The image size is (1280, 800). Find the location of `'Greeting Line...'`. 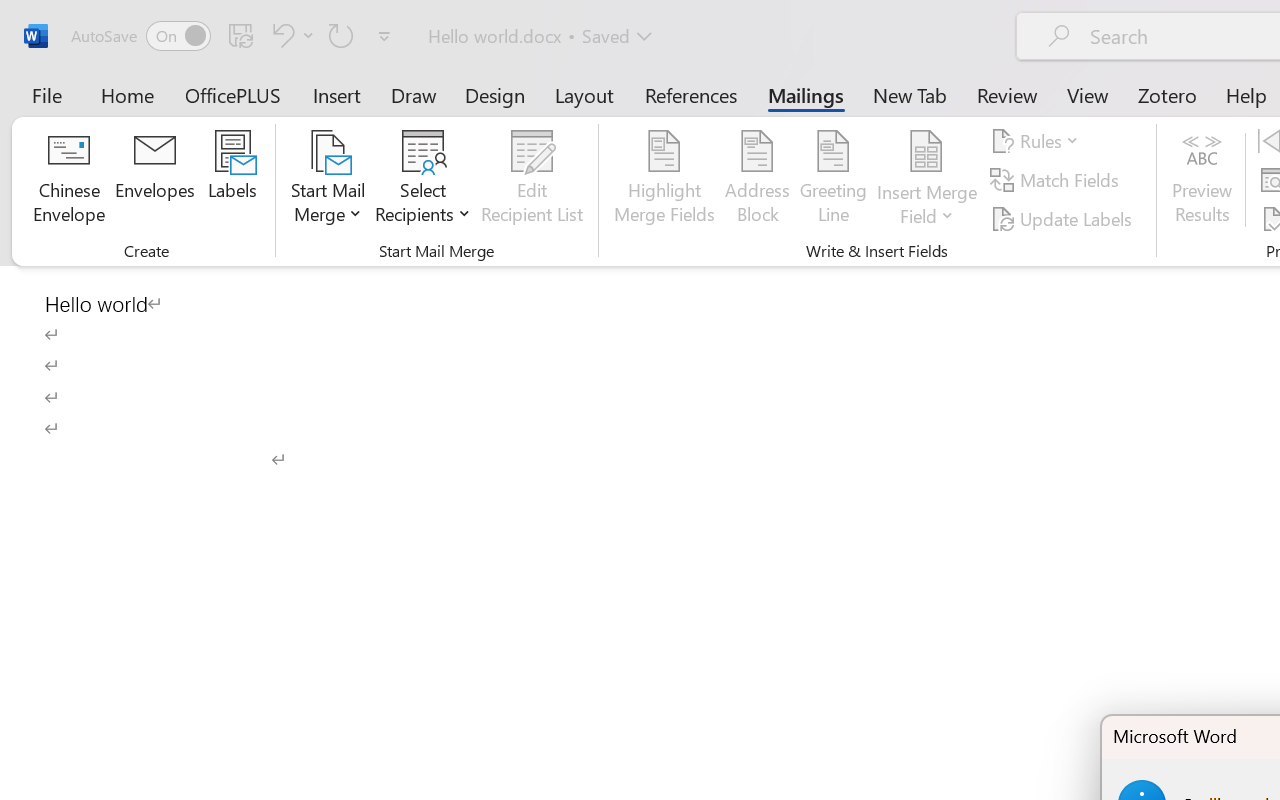

'Greeting Line...' is located at coordinates (833, 179).